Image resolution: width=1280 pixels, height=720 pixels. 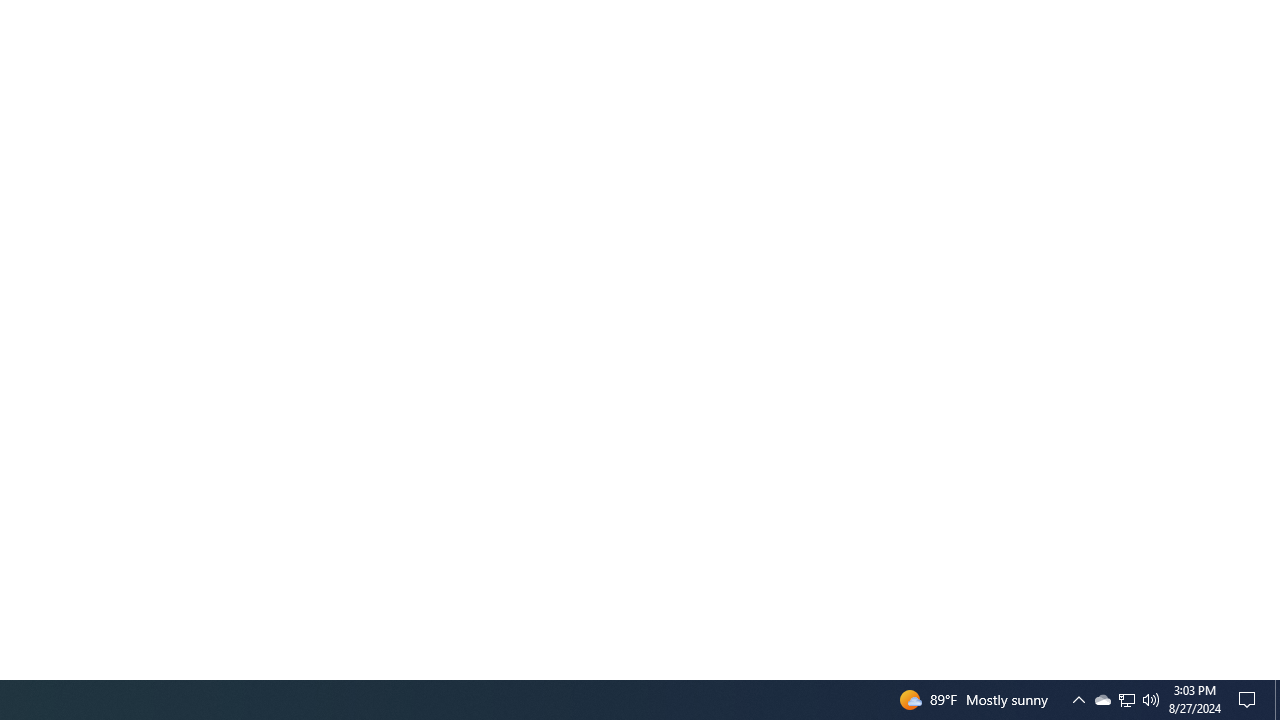 What do you see at coordinates (1276, 698) in the screenshot?
I see `'Show desktop'` at bounding box center [1276, 698].